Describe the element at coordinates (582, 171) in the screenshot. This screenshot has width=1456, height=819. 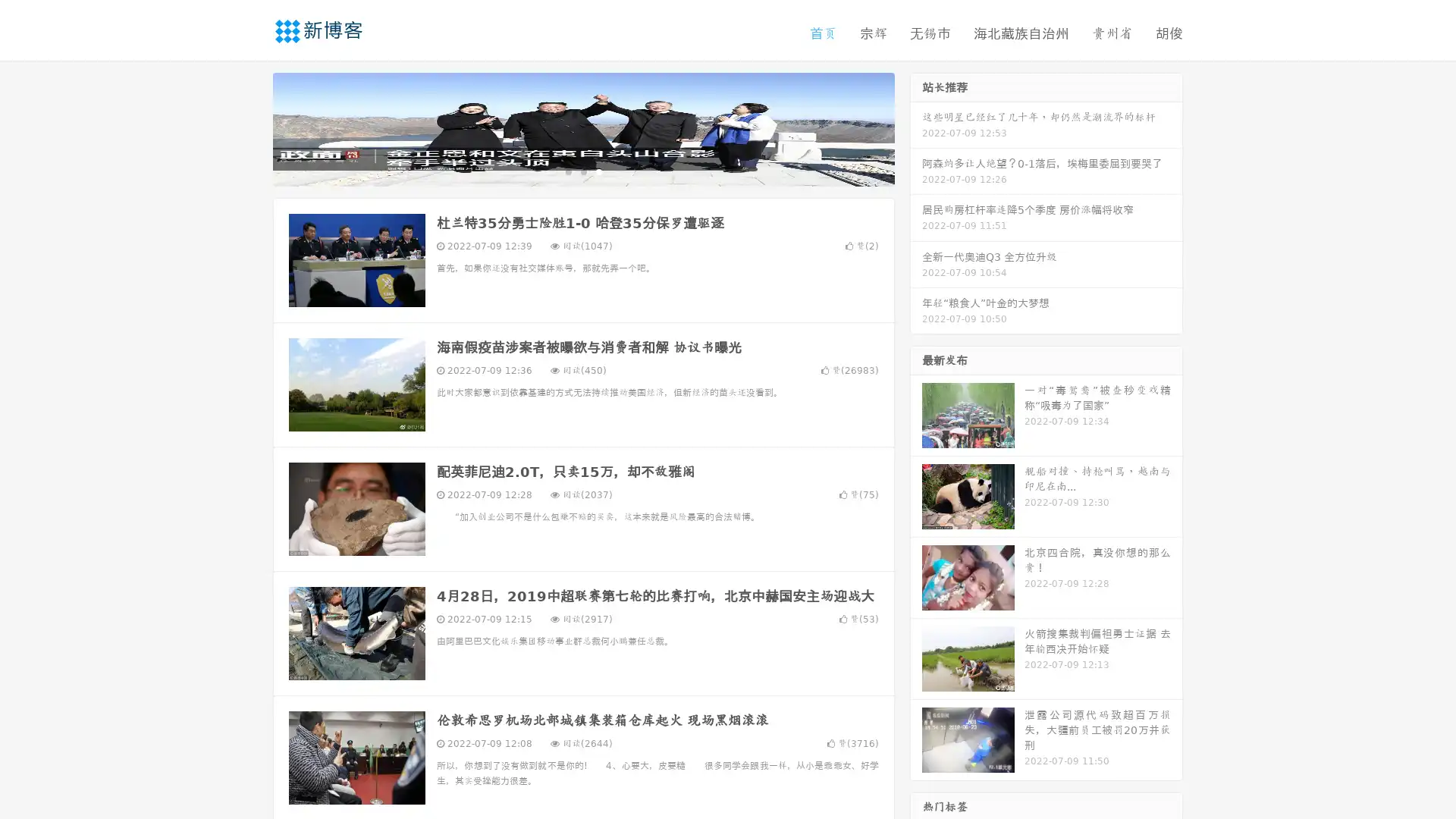
I see `Go to slide 2` at that location.